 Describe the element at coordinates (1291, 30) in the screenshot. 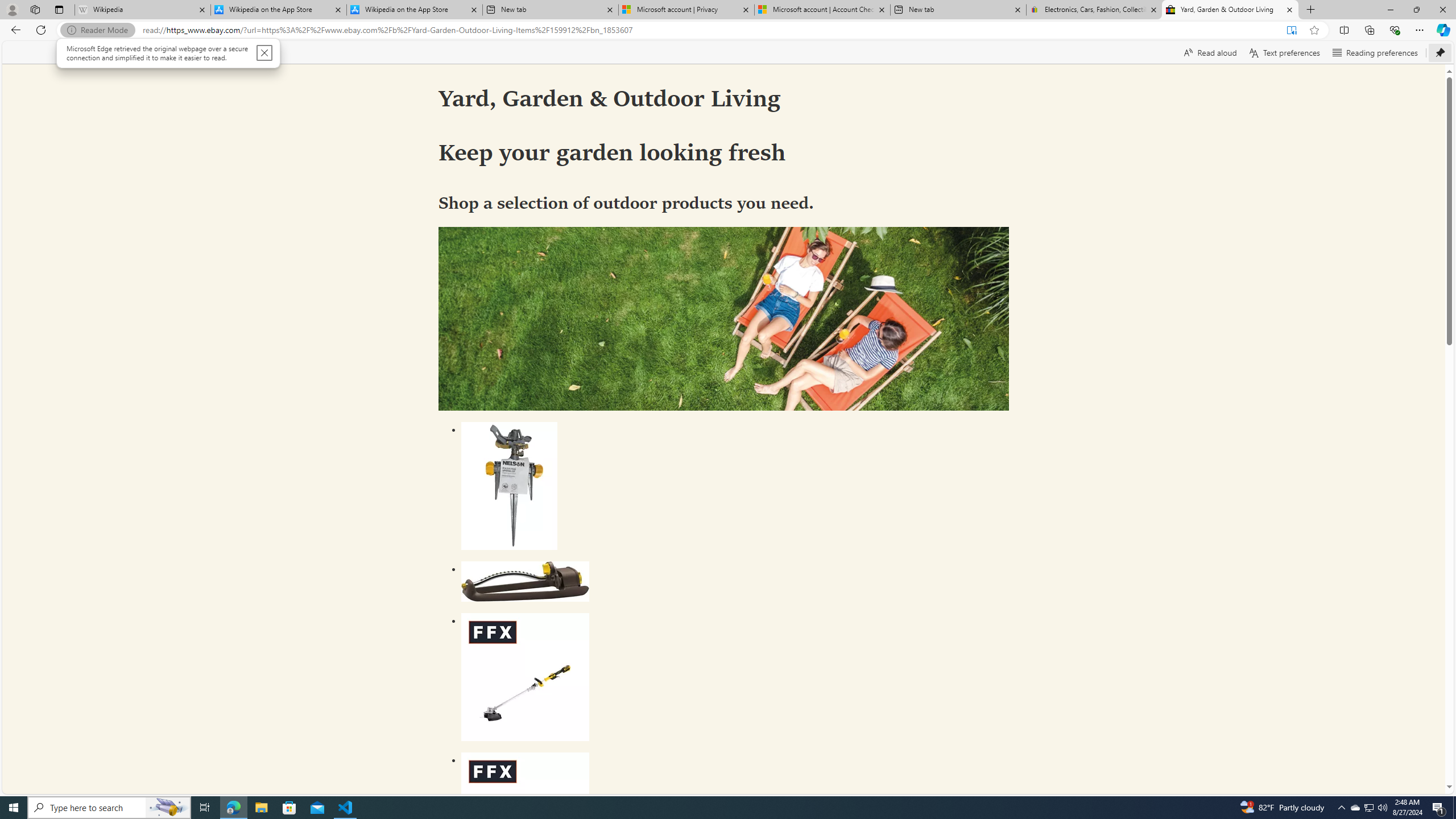

I see `'Exit Immersive Reader (F9)'` at that location.